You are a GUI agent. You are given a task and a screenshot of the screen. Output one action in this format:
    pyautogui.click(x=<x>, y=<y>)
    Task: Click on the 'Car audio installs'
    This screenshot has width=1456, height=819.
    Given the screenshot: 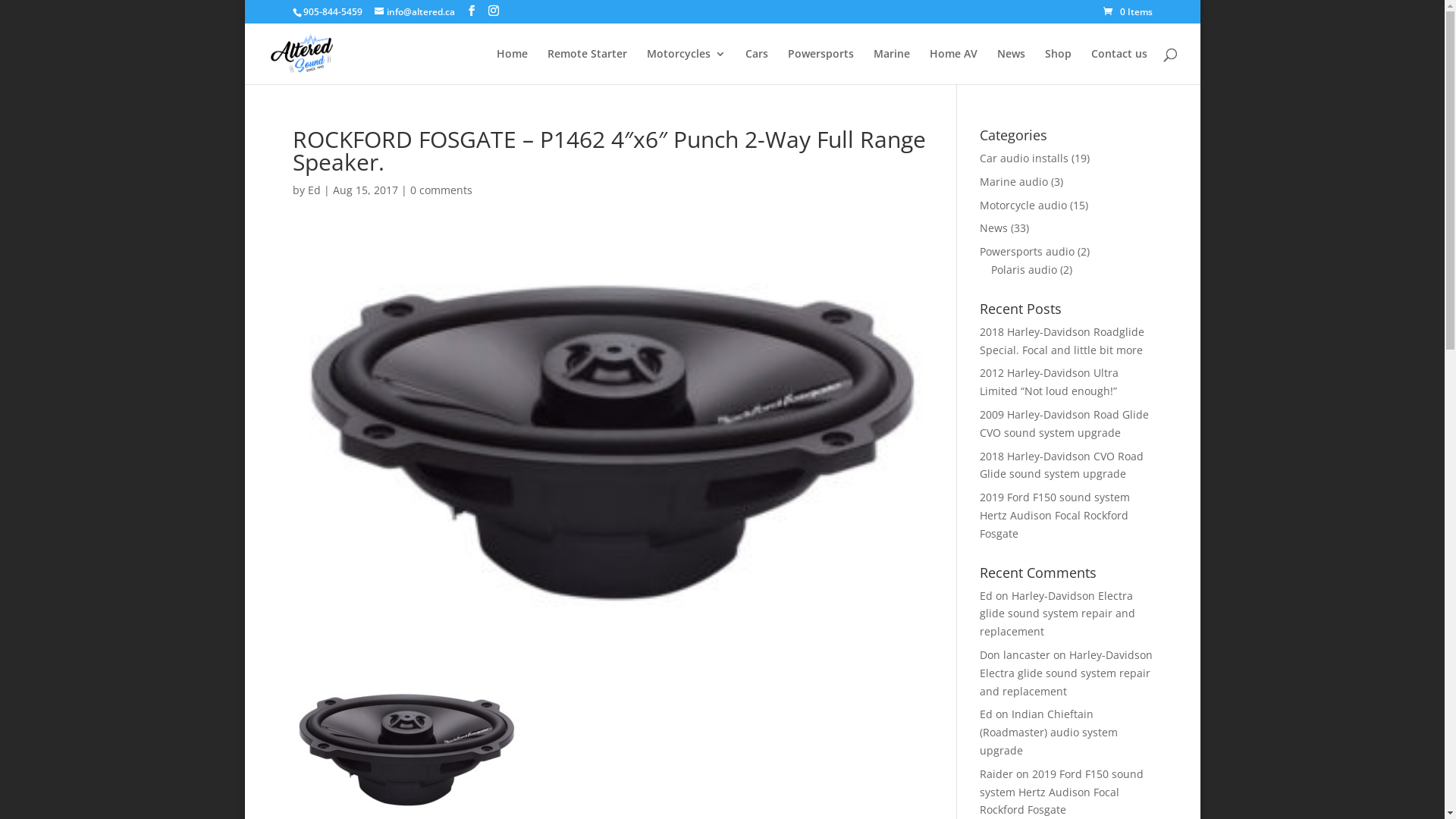 What is the action you would take?
    pyautogui.click(x=1024, y=158)
    